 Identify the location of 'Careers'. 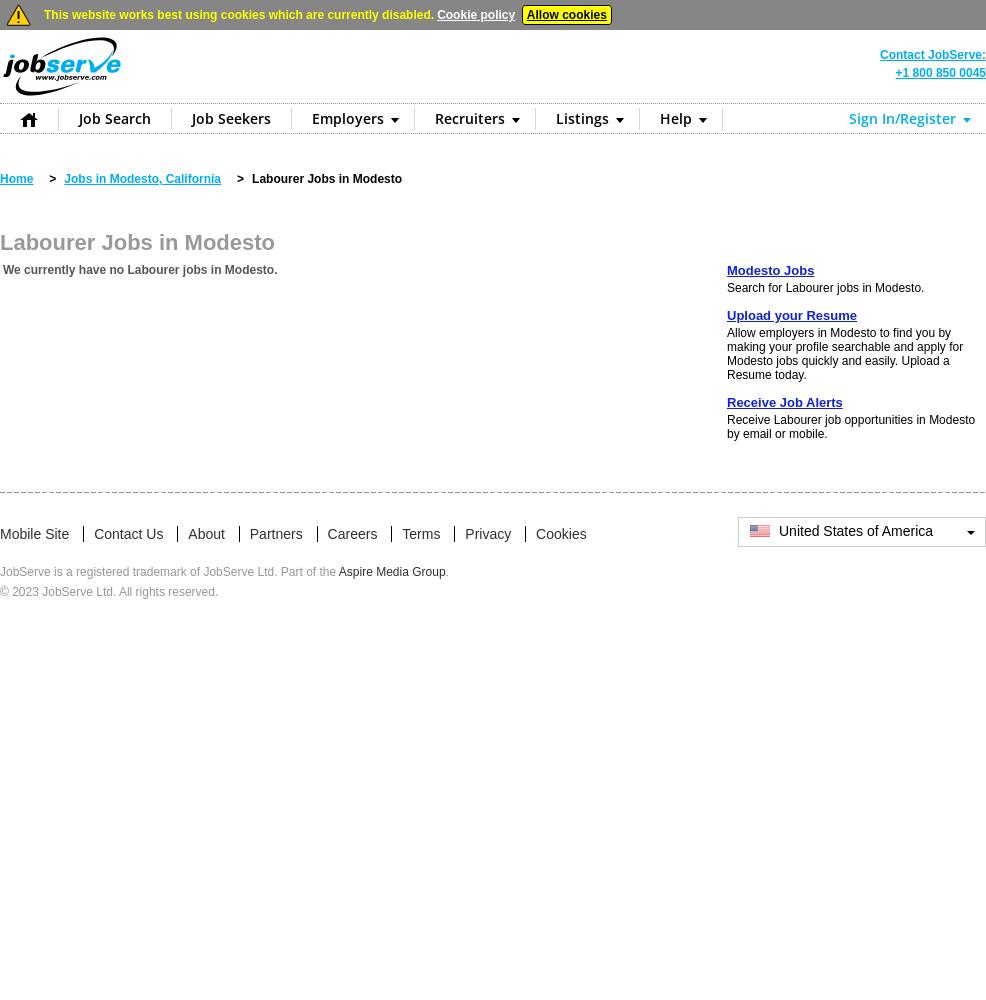
(326, 534).